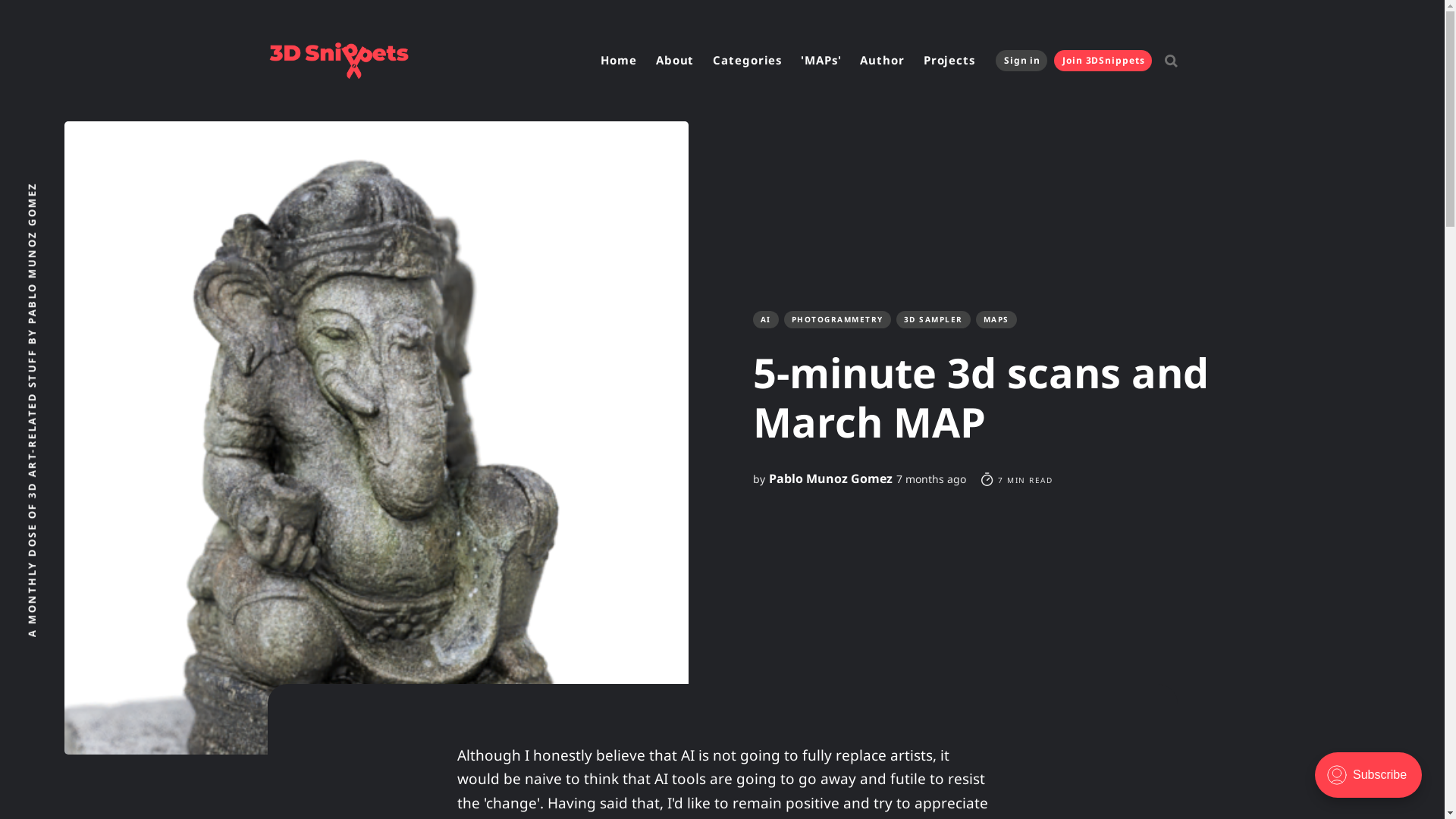 The image size is (1456, 819). Describe the element at coordinates (820, 60) in the screenshot. I see `''MAPs''` at that location.